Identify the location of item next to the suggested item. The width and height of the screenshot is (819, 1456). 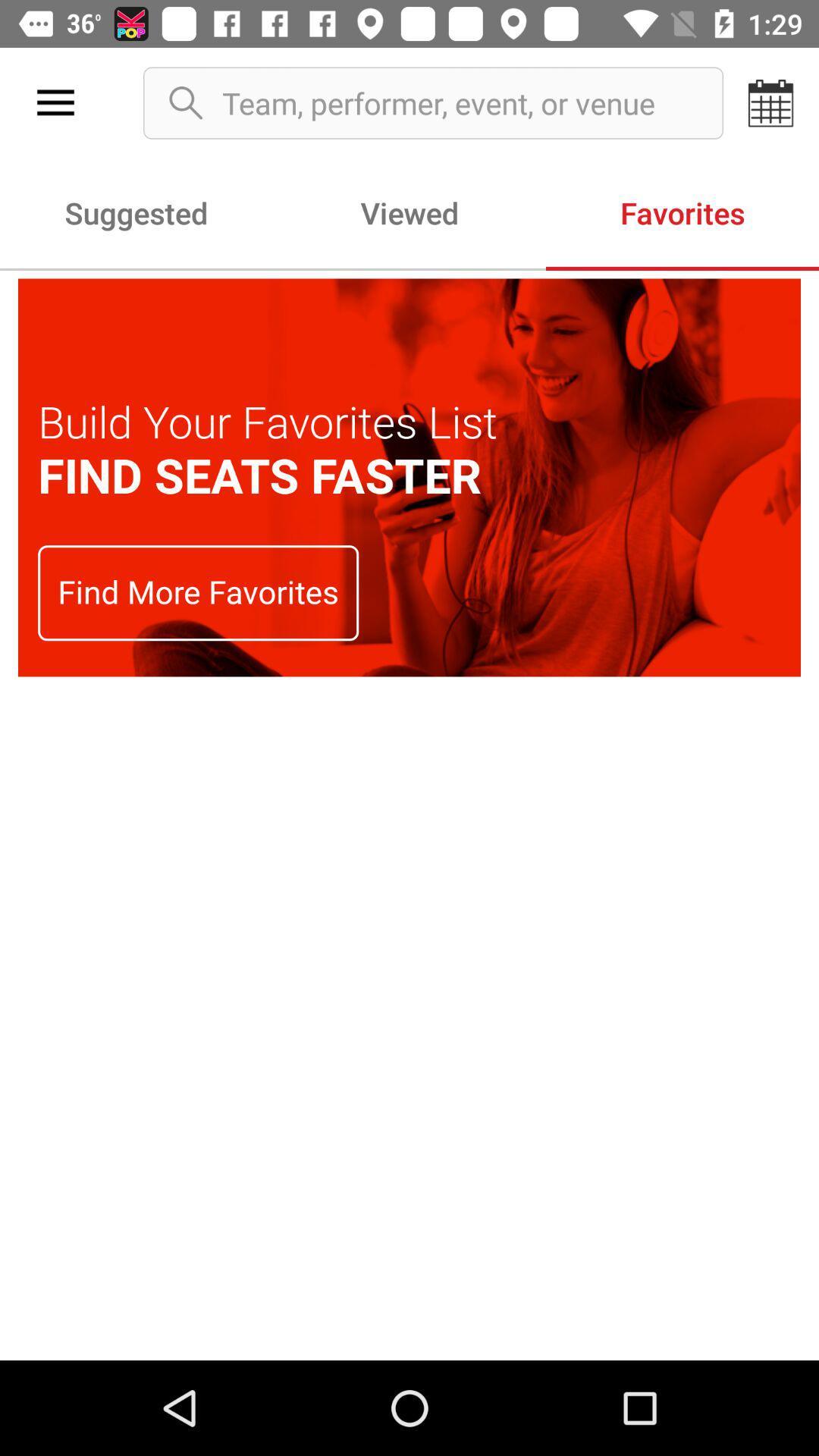
(409, 212).